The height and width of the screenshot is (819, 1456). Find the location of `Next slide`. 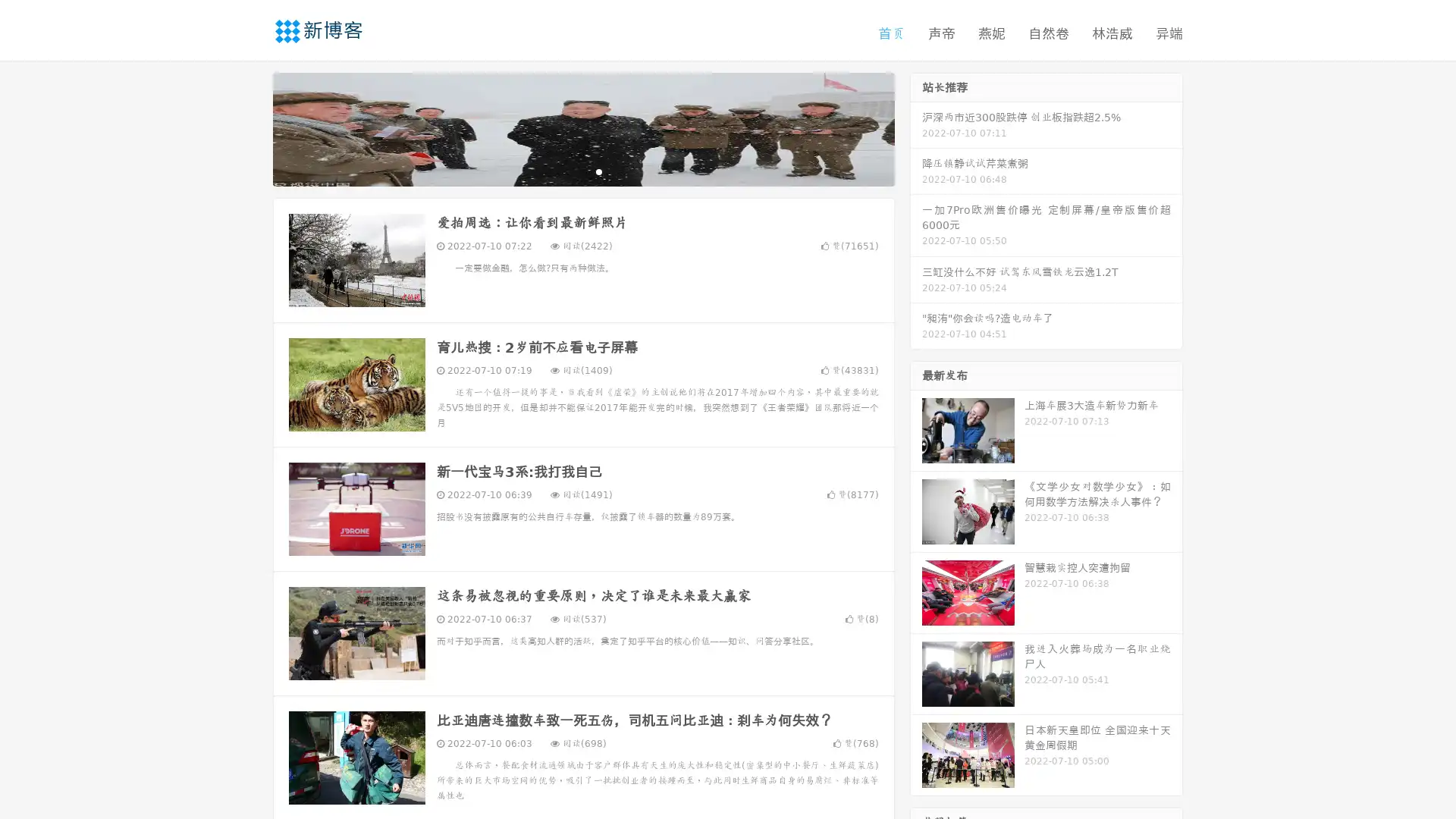

Next slide is located at coordinates (916, 127).